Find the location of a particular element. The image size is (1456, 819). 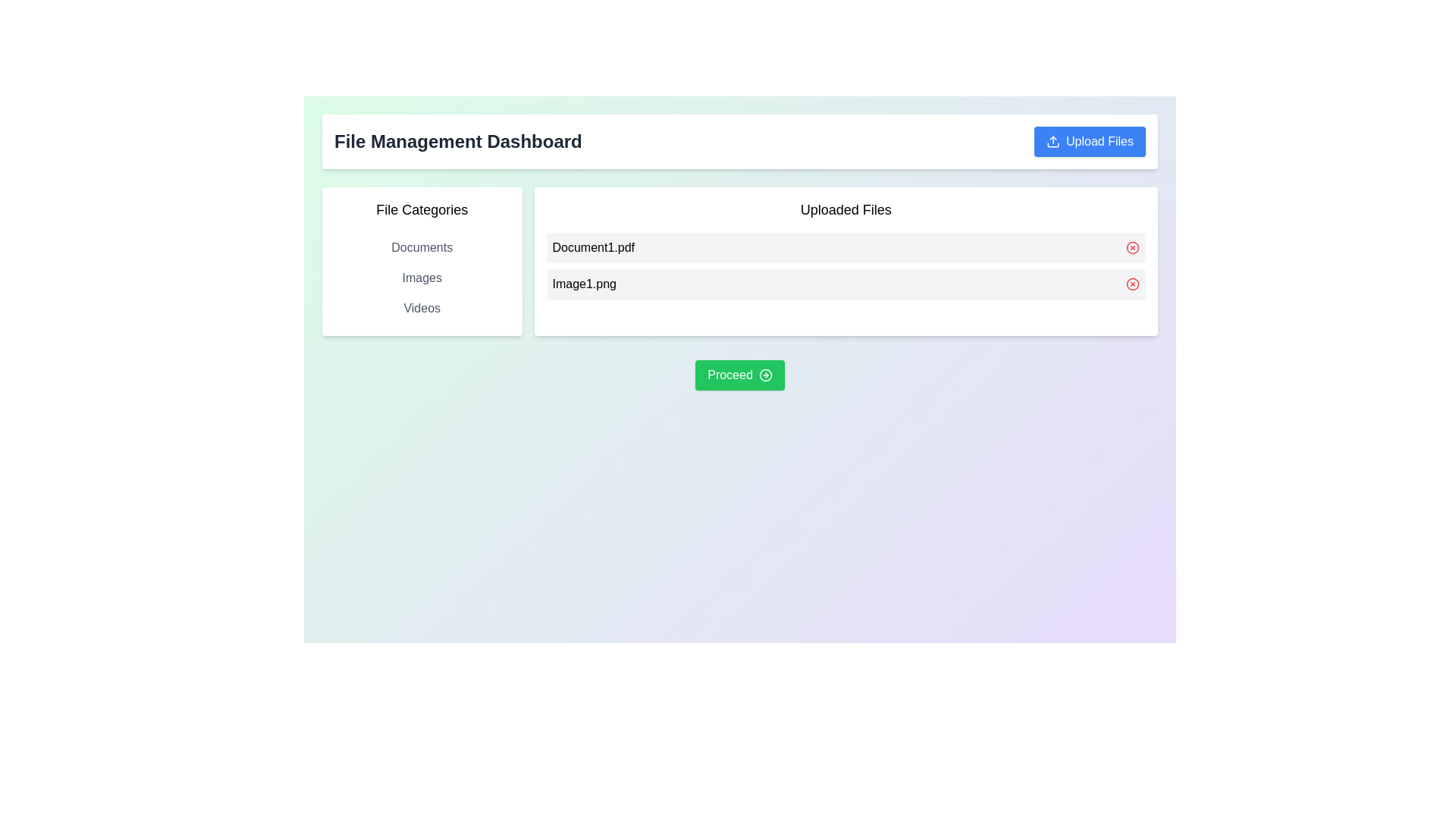

the Circular arrow icon located to the right of the 'Proceed' text is located at coordinates (765, 375).